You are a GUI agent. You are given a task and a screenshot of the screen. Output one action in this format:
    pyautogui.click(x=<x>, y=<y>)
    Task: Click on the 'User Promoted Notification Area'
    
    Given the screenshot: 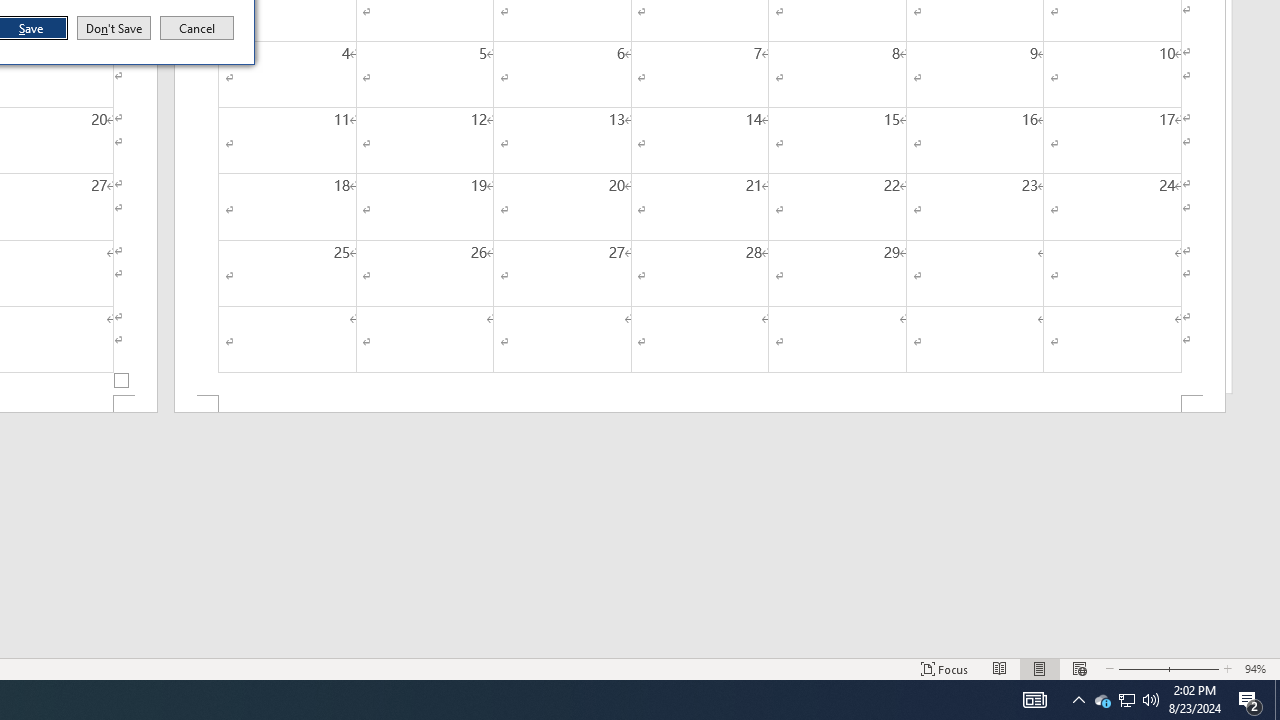 What is the action you would take?
    pyautogui.click(x=1127, y=698)
    